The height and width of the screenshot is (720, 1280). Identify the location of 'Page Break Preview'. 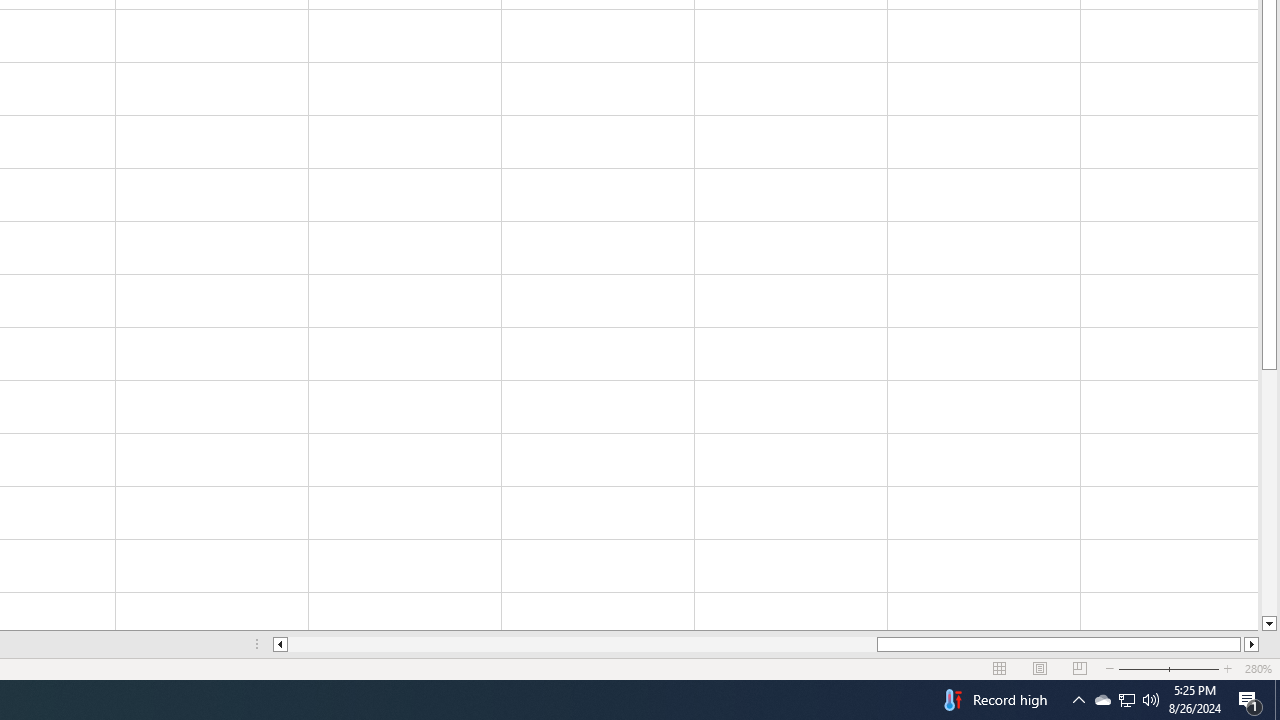
(1078, 669).